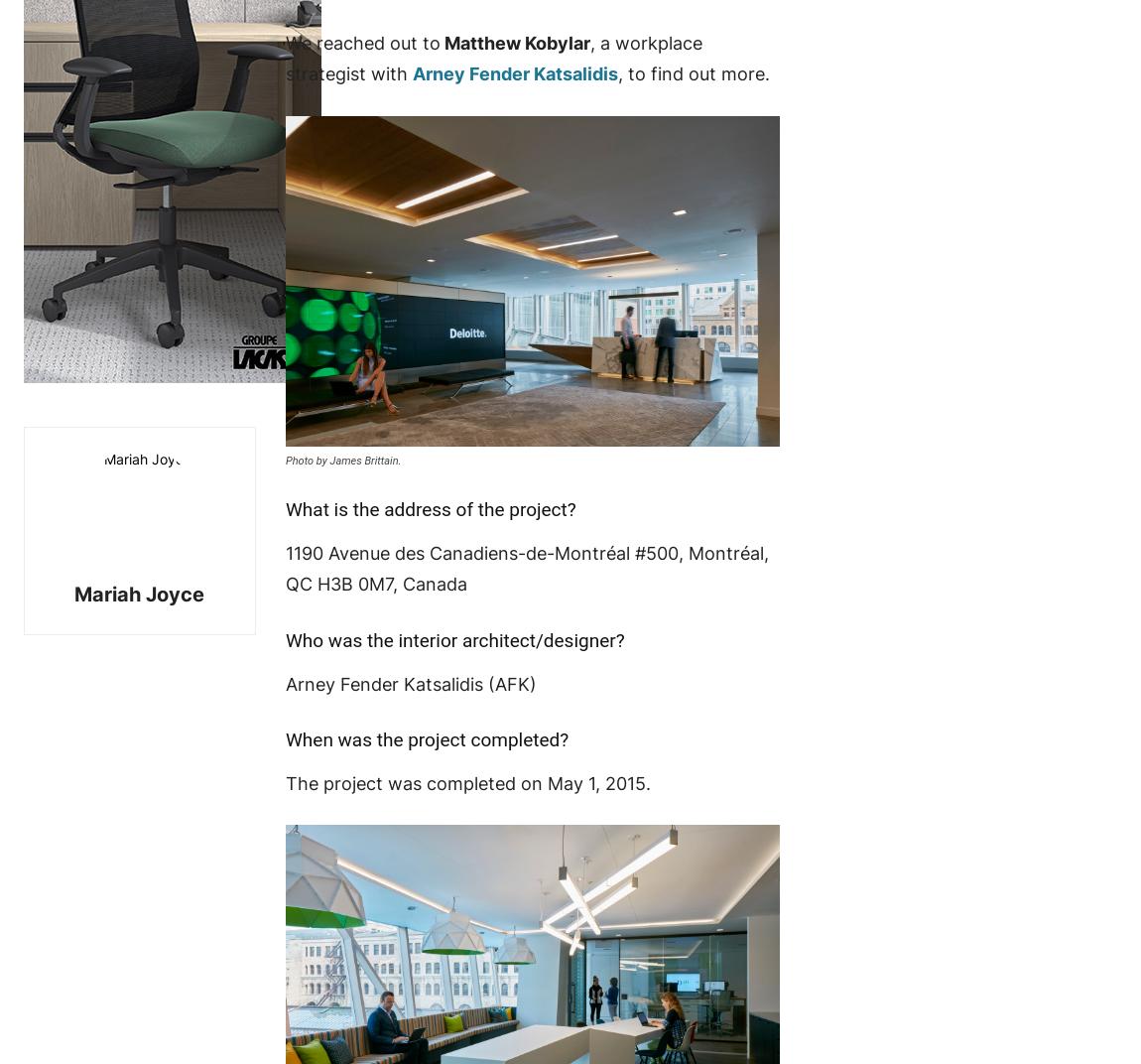 This screenshot has height=1064, width=1141. I want to click on 'What is the address of the project?', so click(430, 509).